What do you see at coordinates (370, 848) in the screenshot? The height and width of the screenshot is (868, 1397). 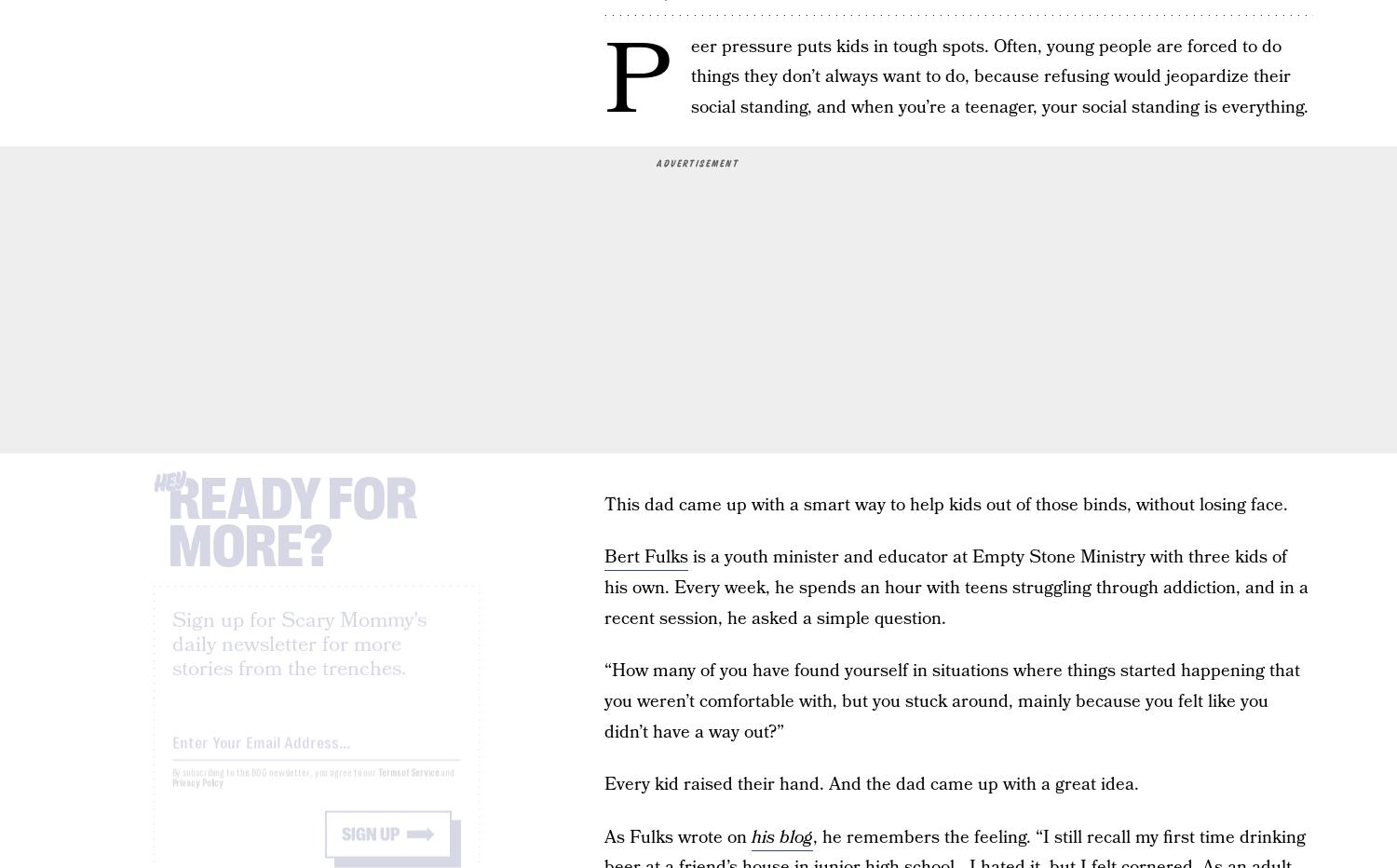 I see `'Sign up'` at bounding box center [370, 848].